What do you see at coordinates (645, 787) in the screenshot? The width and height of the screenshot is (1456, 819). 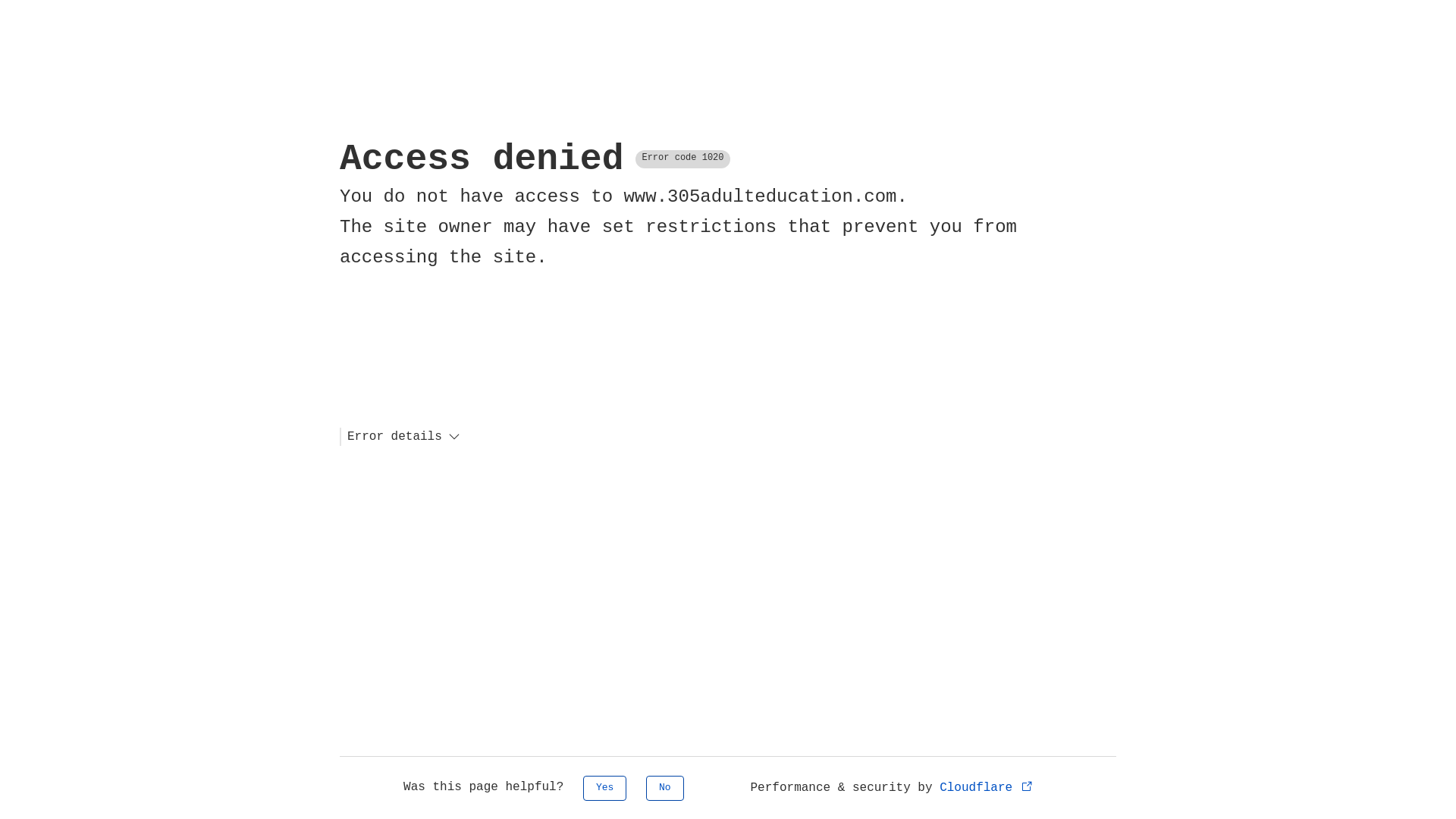 I see `'No'` at bounding box center [645, 787].